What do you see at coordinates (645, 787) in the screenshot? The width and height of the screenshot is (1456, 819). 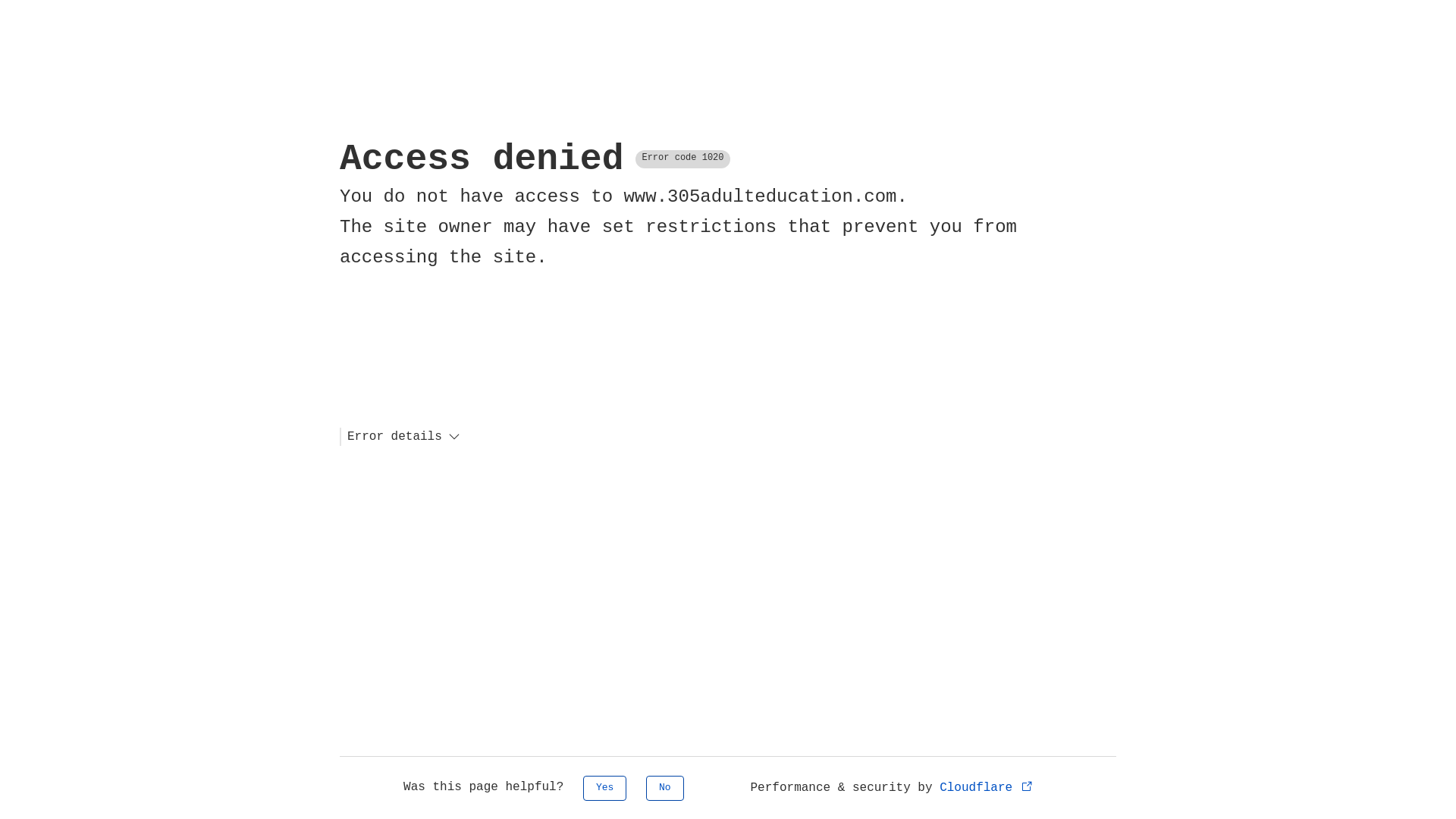 I see `'No'` at bounding box center [645, 787].